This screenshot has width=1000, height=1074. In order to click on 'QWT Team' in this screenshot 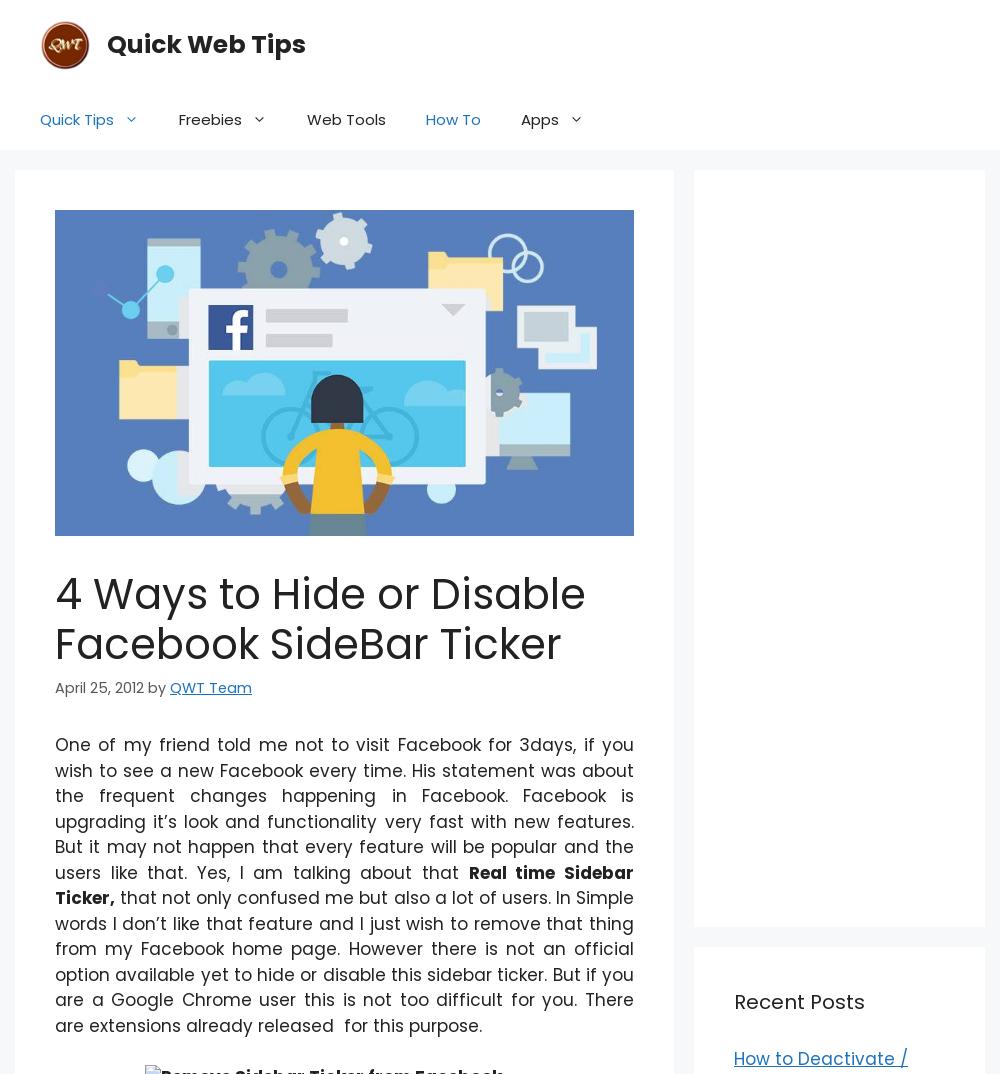, I will do `click(210, 686)`.